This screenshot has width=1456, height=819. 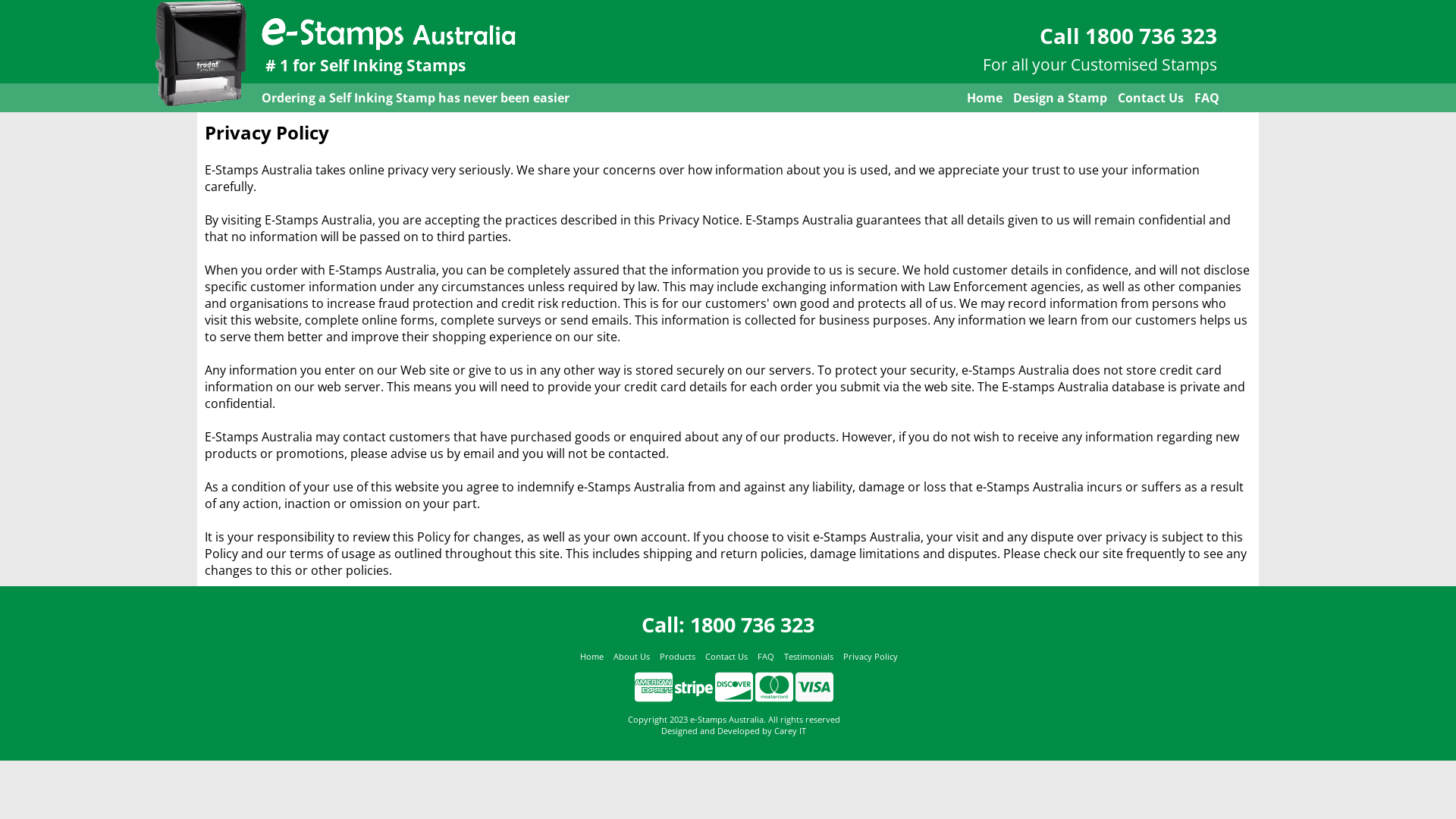 What do you see at coordinates (388, 31) in the screenshot?
I see `'e-Stamps Australia'` at bounding box center [388, 31].